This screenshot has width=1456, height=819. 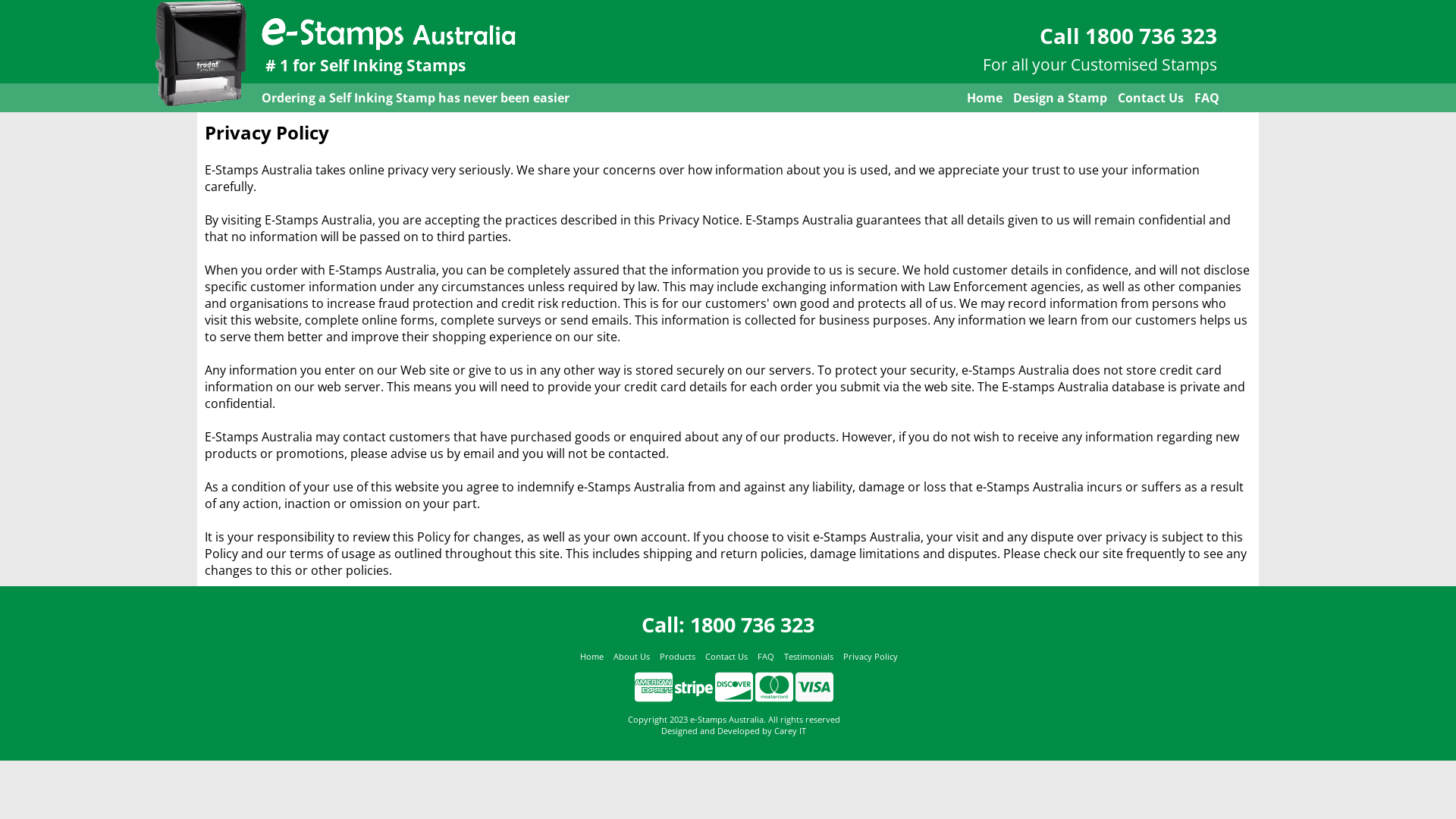 What do you see at coordinates (388, 31) in the screenshot?
I see `'e-Stamps Australia'` at bounding box center [388, 31].